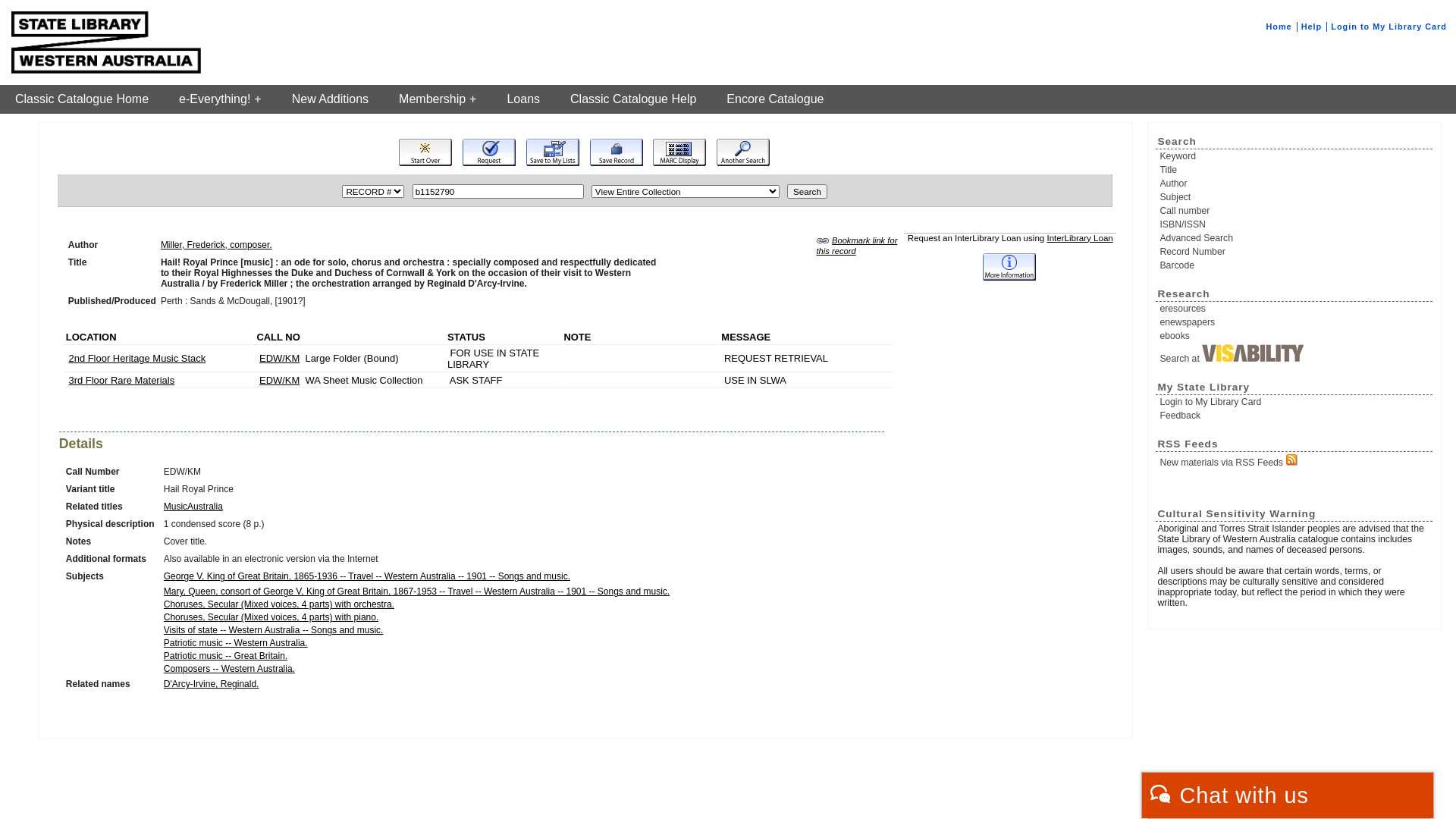 The height and width of the screenshot is (819, 1456). What do you see at coordinates (1310, 26) in the screenshot?
I see `'Help'` at bounding box center [1310, 26].